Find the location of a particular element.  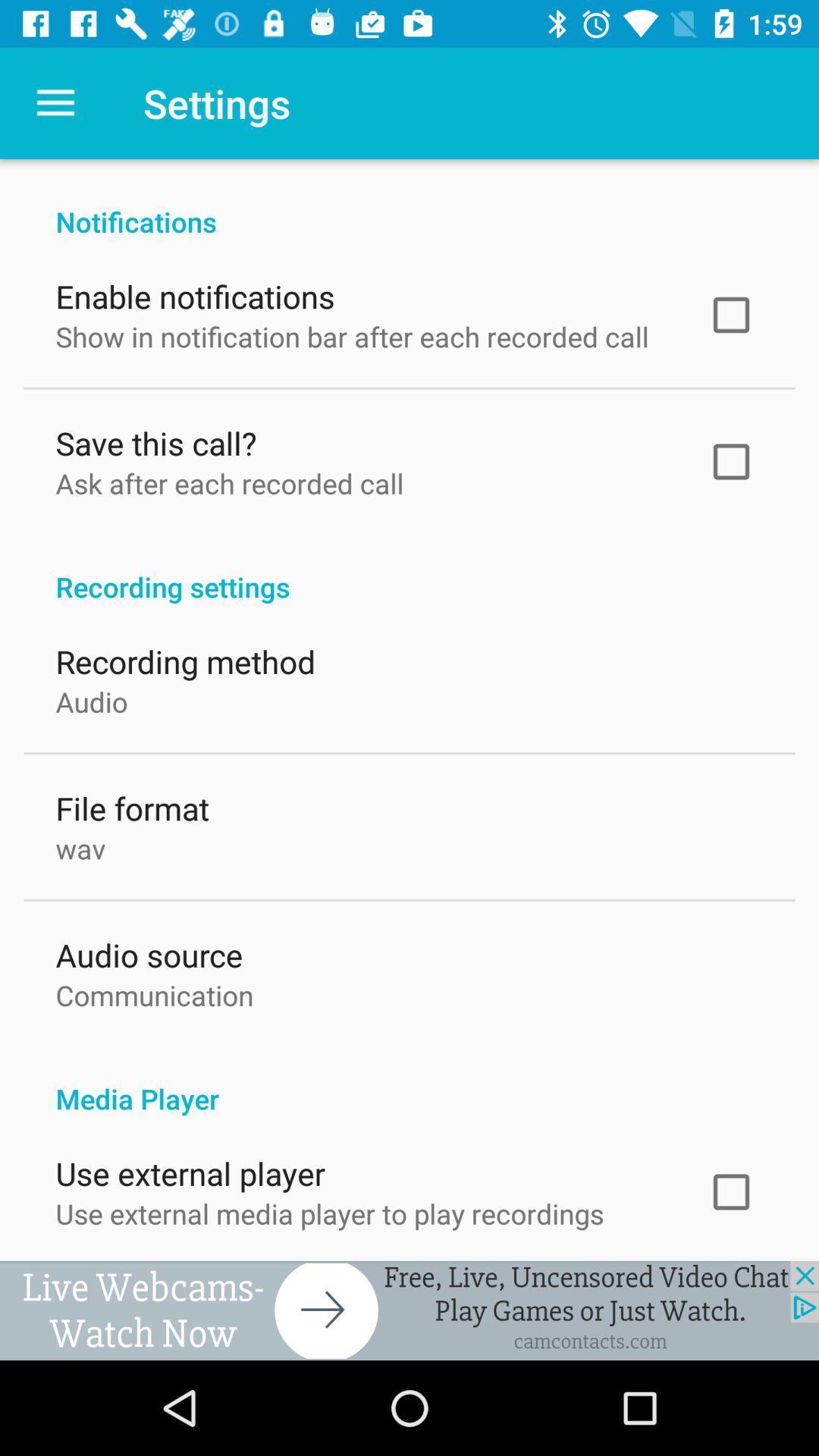

the icon above the media player item is located at coordinates (155, 992).